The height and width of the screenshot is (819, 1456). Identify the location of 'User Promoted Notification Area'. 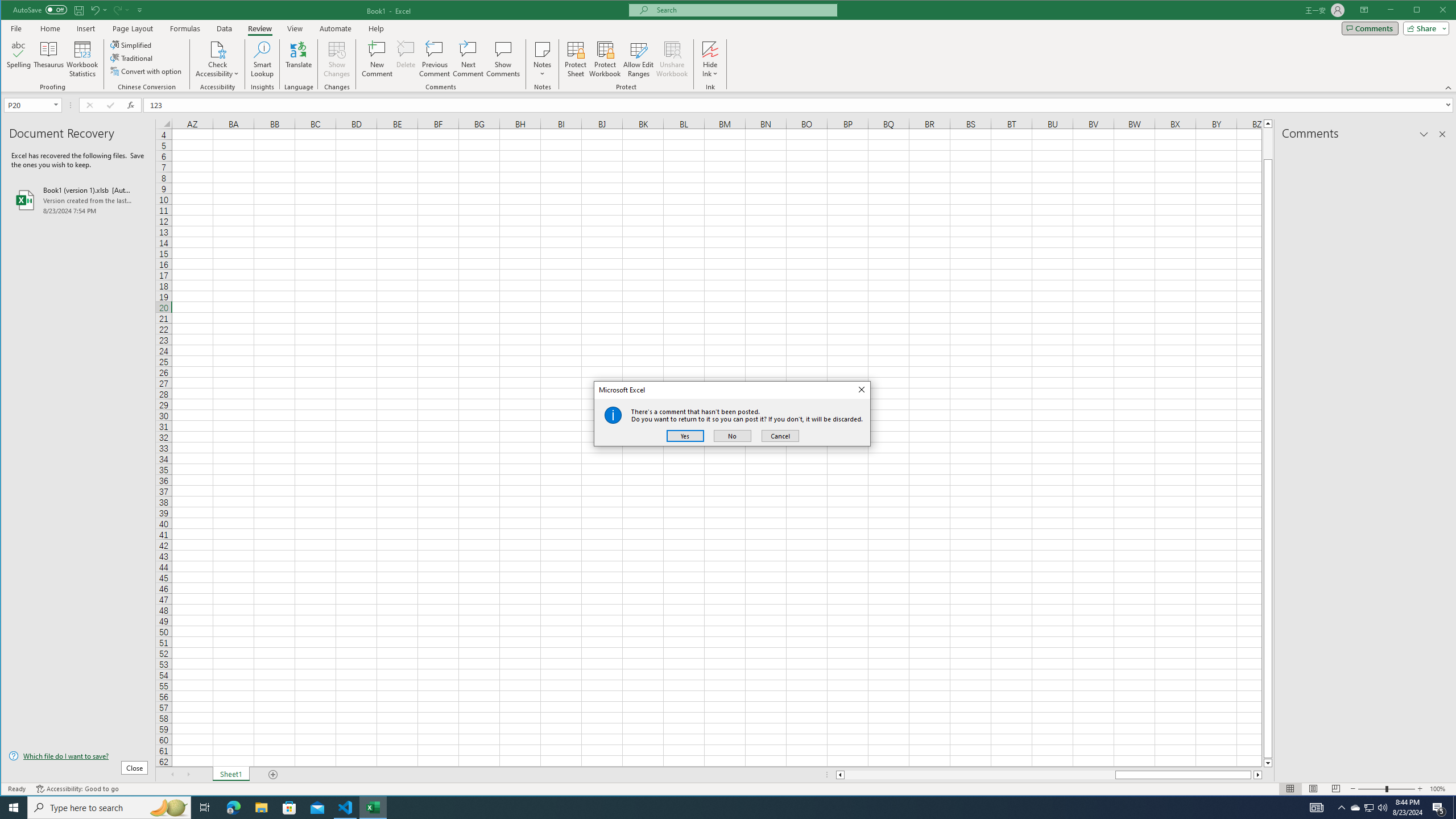
(1368, 806).